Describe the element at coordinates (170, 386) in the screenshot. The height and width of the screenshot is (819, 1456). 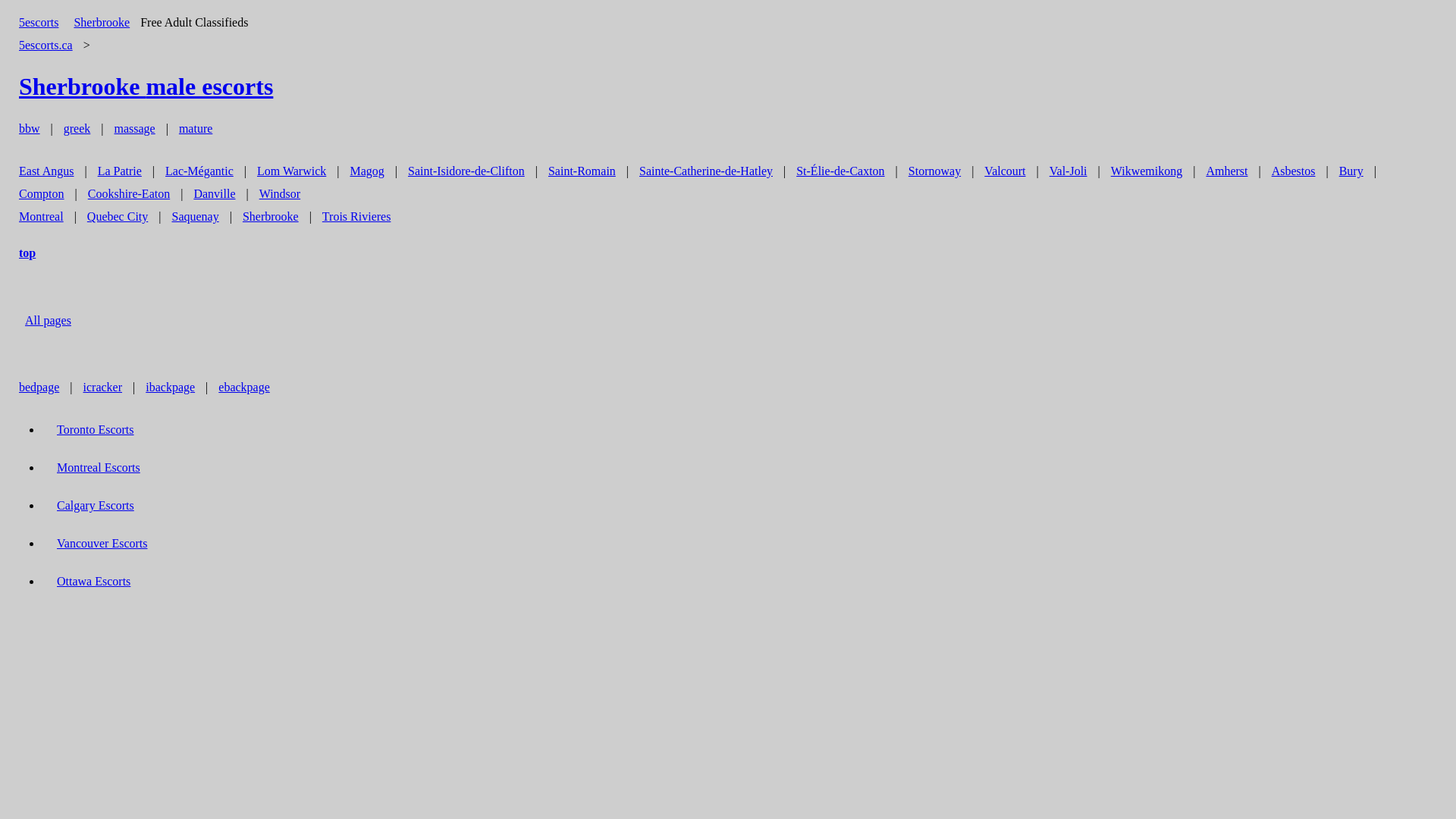
I see `'ibackpage'` at that location.